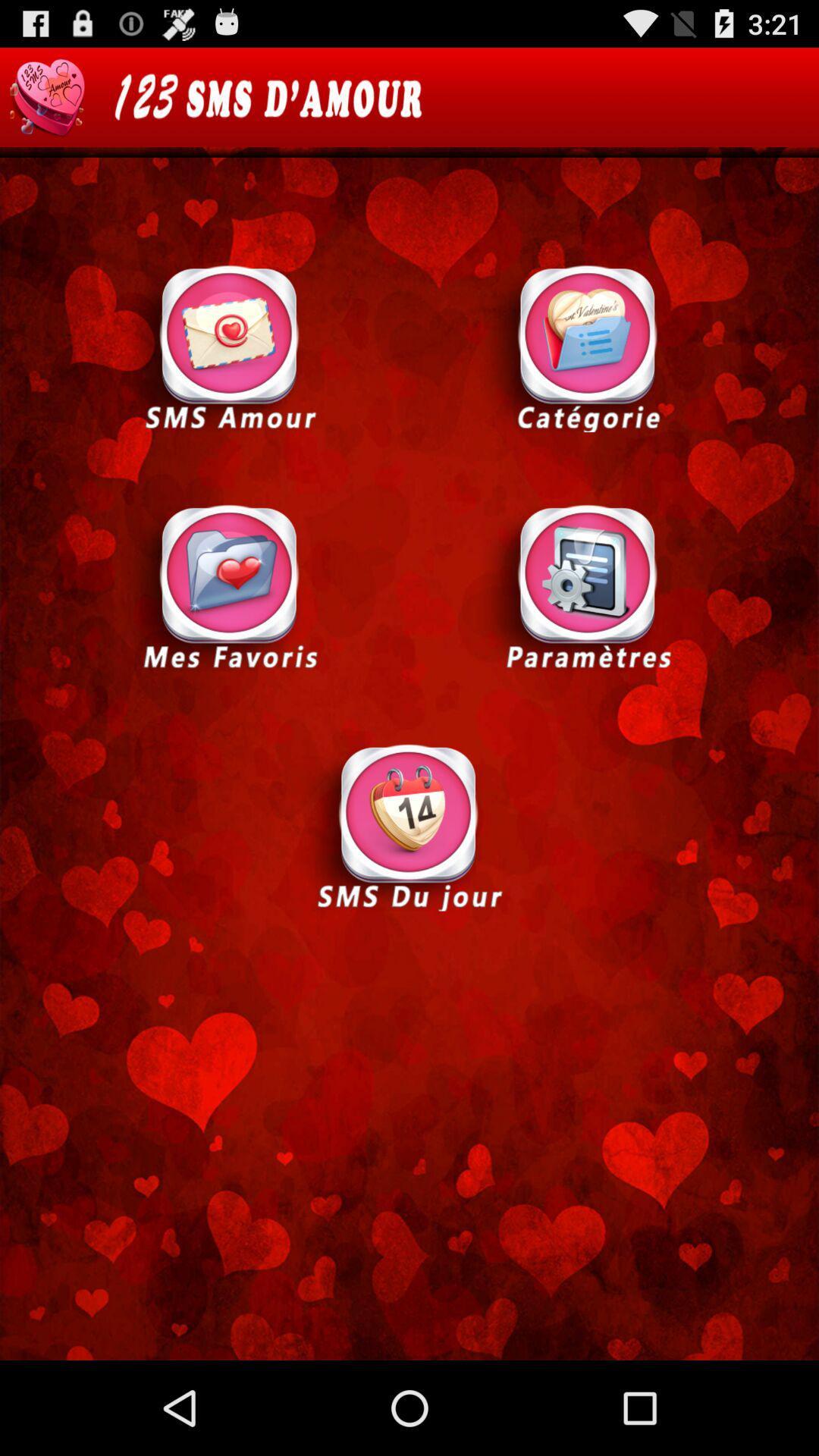 Image resolution: width=819 pixels, height=1456 pixels. I want to click on send sms, so click(408, 825).